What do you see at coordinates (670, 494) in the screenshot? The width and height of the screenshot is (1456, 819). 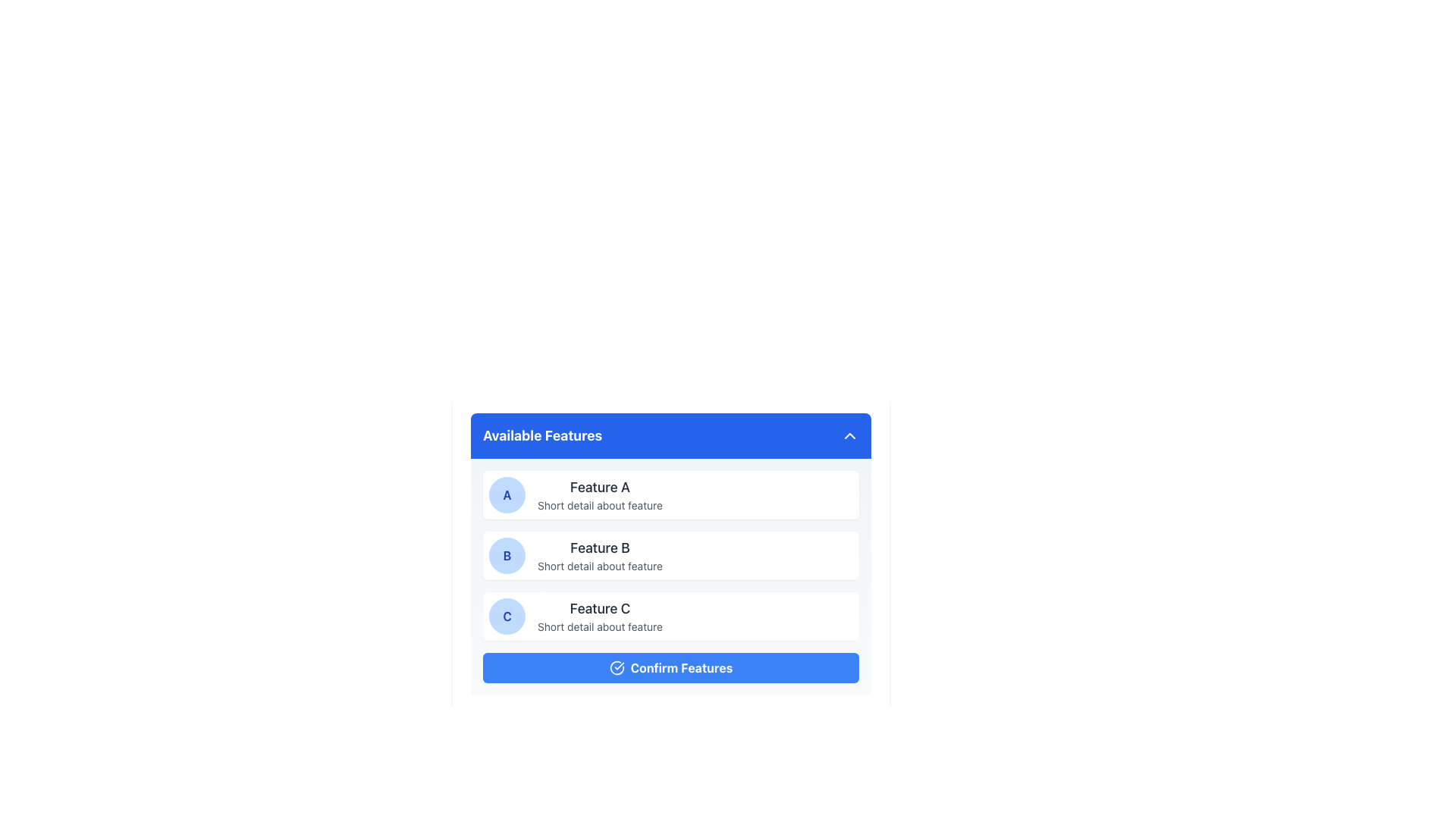 I see `the first Feature card in the vertical list, which contains a circular badge with the letter 'A' on a blue background, a title 'Feature A', and a subtitle 'Short detail about feature'` at bounding box center [670, 494].